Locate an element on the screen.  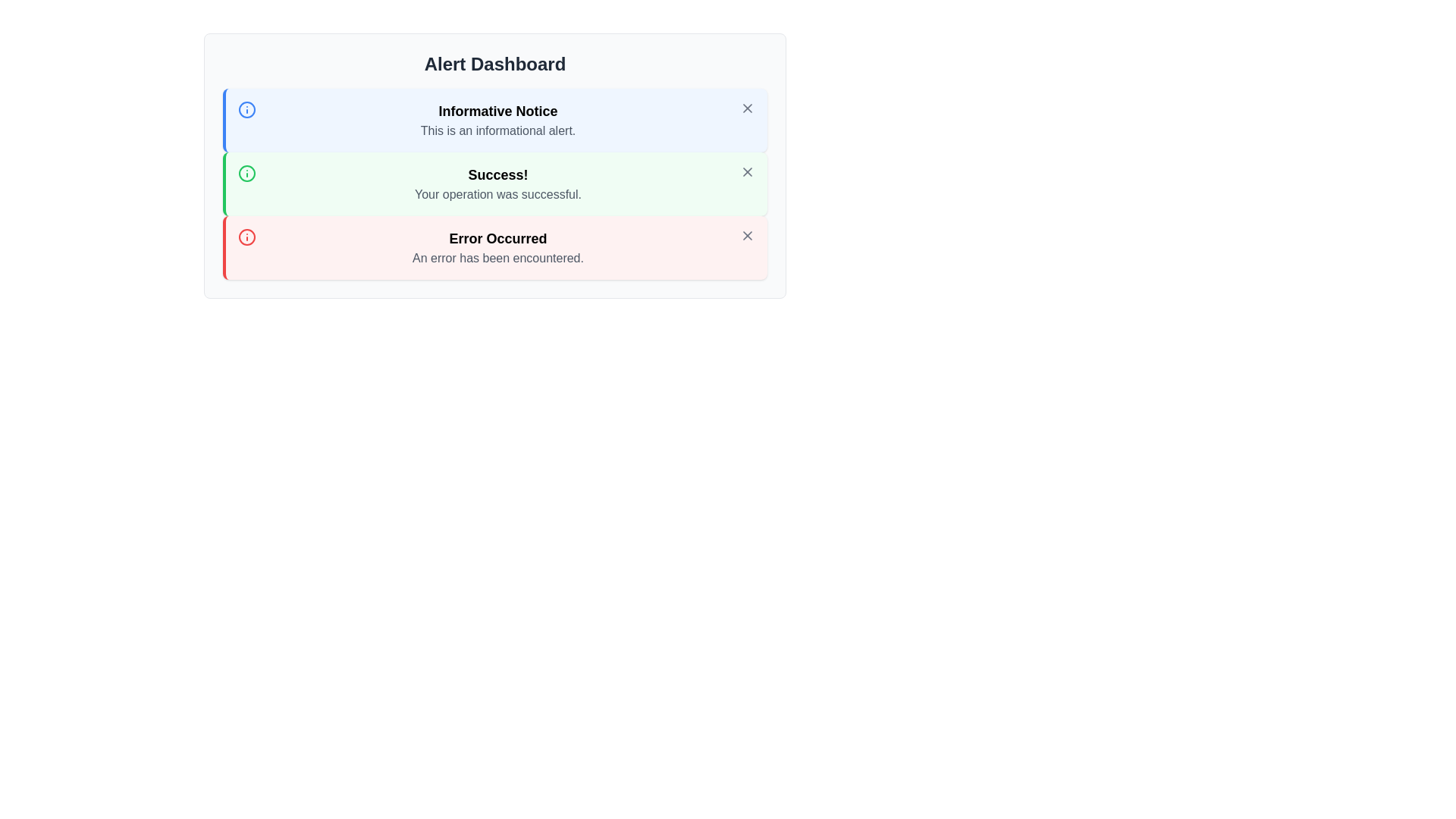
circular icon with a green outline and a vertical line and dot in the center, located to the left of the 'Success!' alert notification is located at coordinates (247, 172).